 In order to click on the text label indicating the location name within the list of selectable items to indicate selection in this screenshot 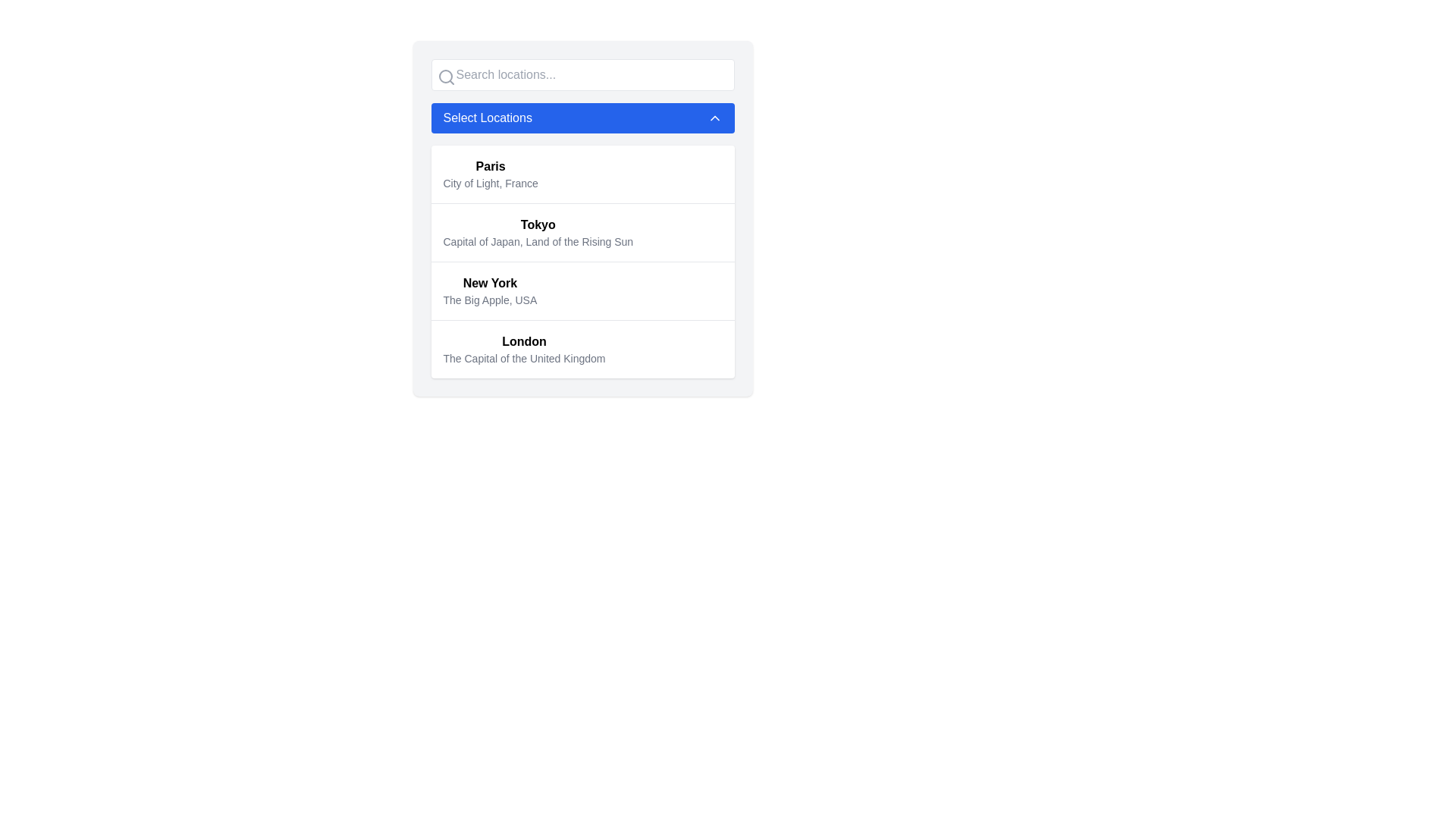, I will do `click(538, 225)`.